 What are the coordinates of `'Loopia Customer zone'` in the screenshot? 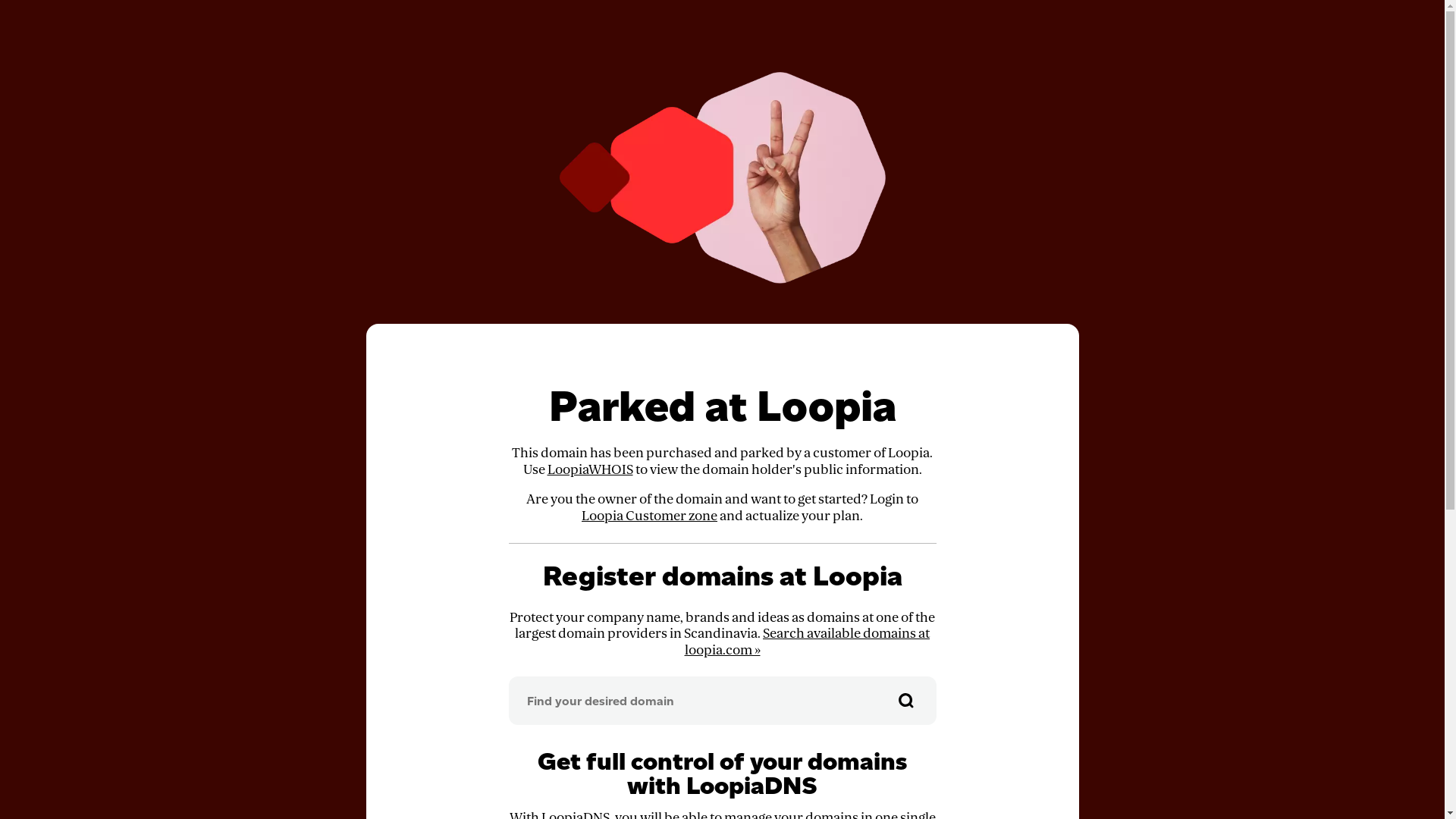 It's located at (581, 515).